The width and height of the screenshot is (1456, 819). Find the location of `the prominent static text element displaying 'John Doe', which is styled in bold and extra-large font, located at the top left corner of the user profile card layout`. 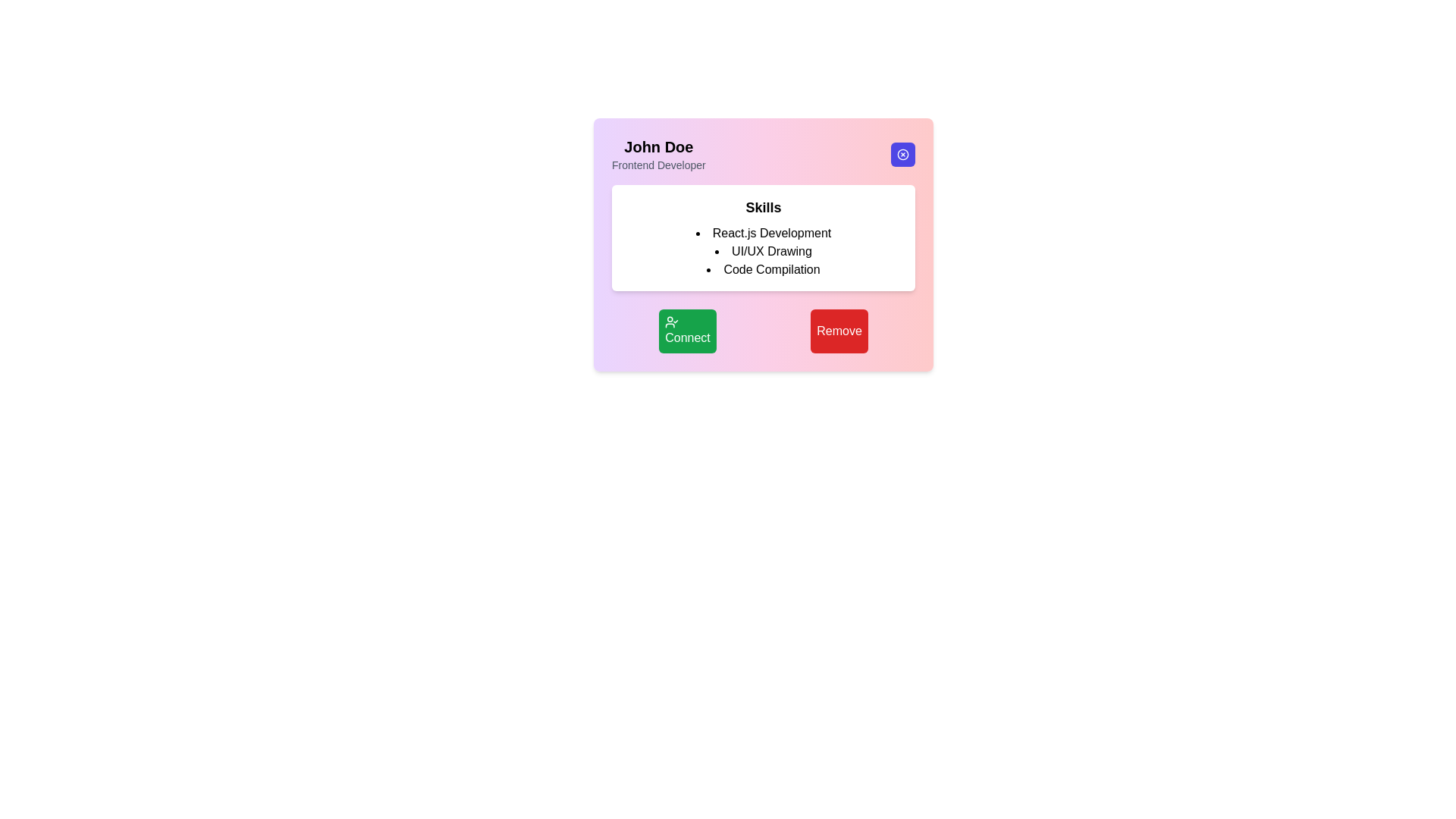

the prominent static text element displaying 'John Doe', which is styled in bold and extra-large font, located at the top left corner of the user profile card layout is located at coordinates (658, 146).